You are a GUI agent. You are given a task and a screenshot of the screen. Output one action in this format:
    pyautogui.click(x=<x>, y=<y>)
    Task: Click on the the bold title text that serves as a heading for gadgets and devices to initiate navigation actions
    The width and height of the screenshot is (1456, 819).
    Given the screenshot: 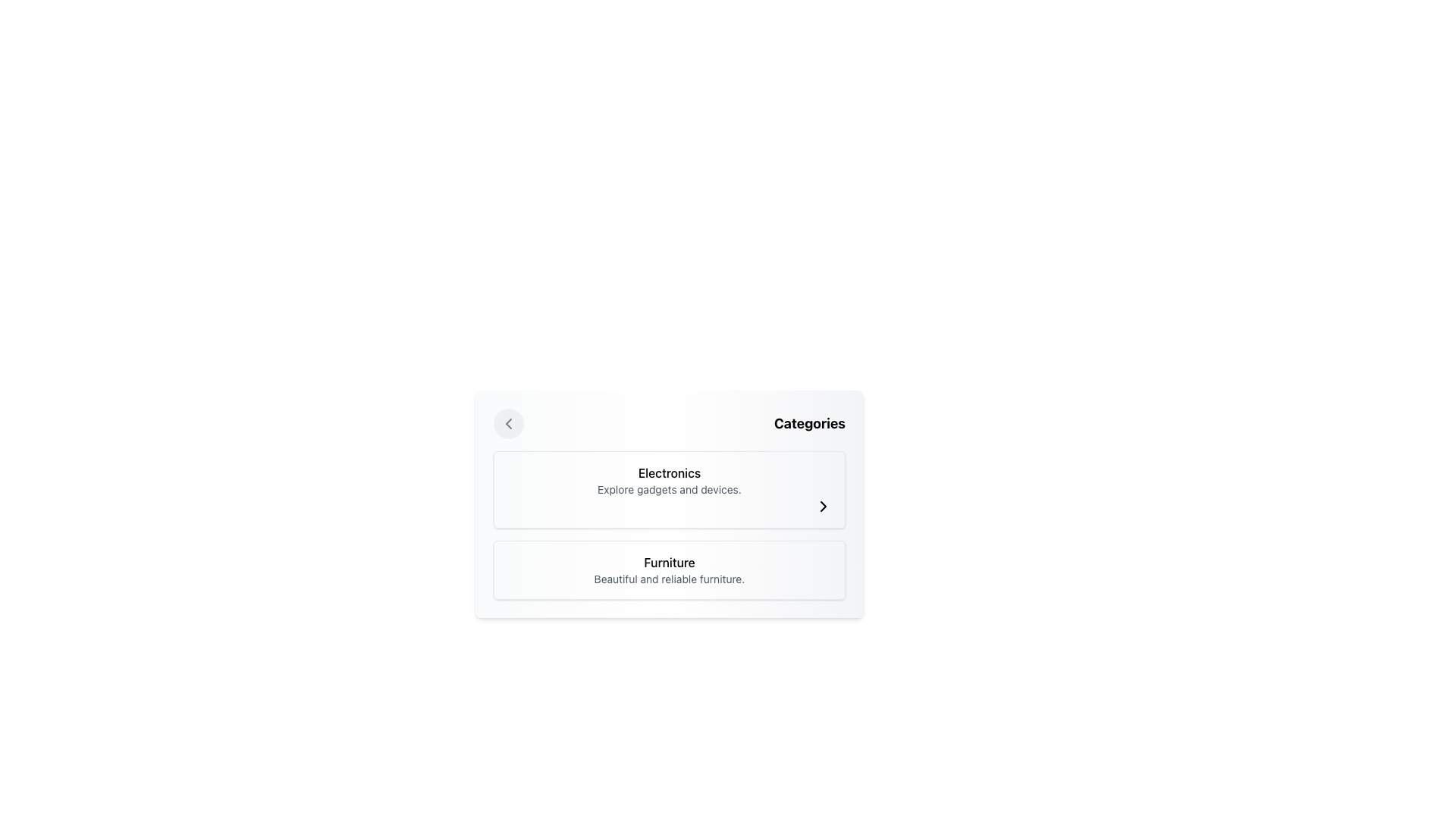 What is the action you would take?
    pyautogui.click(x=669, y=472)
    